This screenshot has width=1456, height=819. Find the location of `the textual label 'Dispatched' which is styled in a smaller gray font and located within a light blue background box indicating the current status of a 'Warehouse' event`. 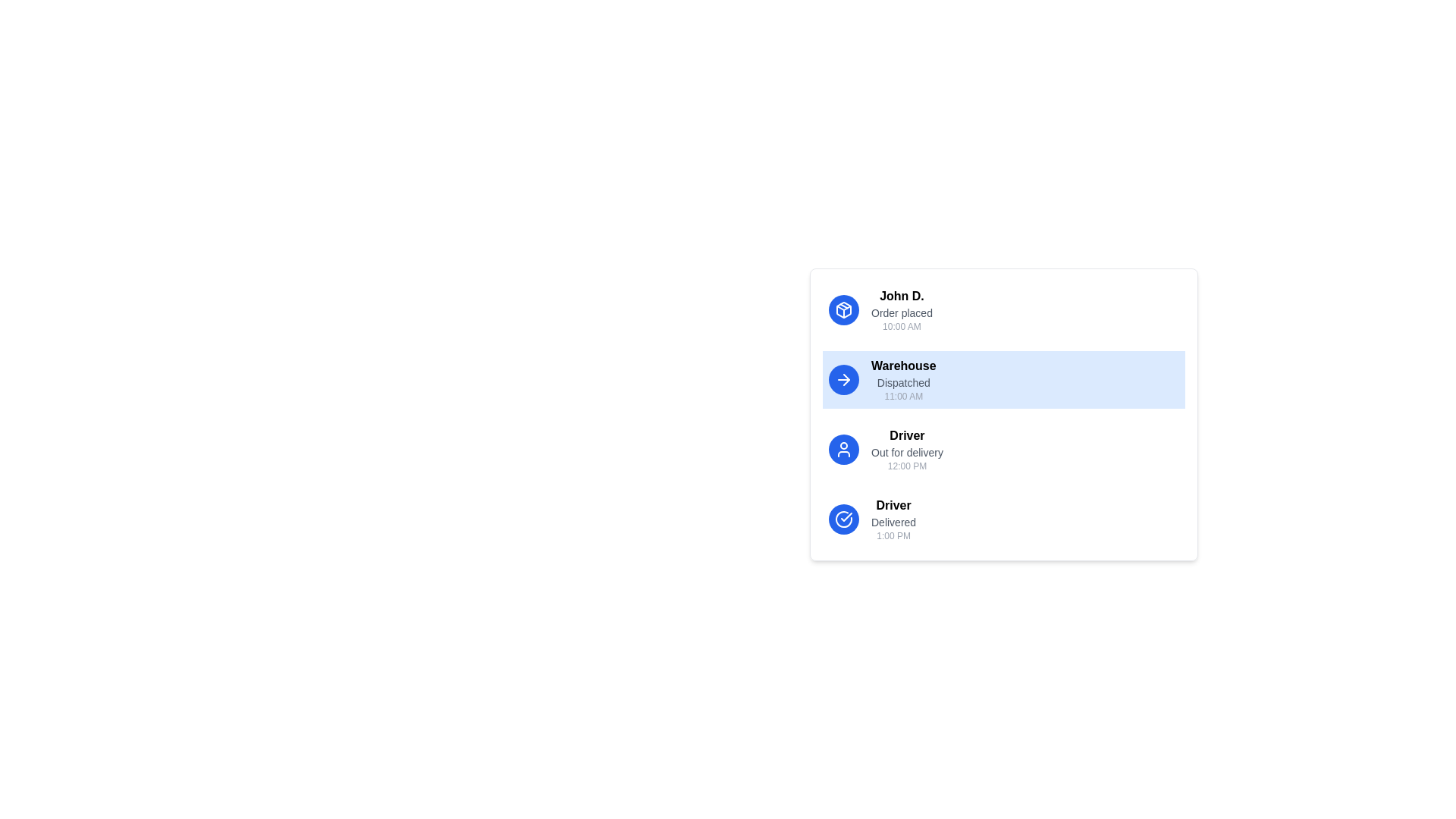

the textual label 'Dispatched' which is styled in a smaller gray font and located within a light blue background box indicating the current status of a 'Warehouse' event is located at coordinates (903, 382).